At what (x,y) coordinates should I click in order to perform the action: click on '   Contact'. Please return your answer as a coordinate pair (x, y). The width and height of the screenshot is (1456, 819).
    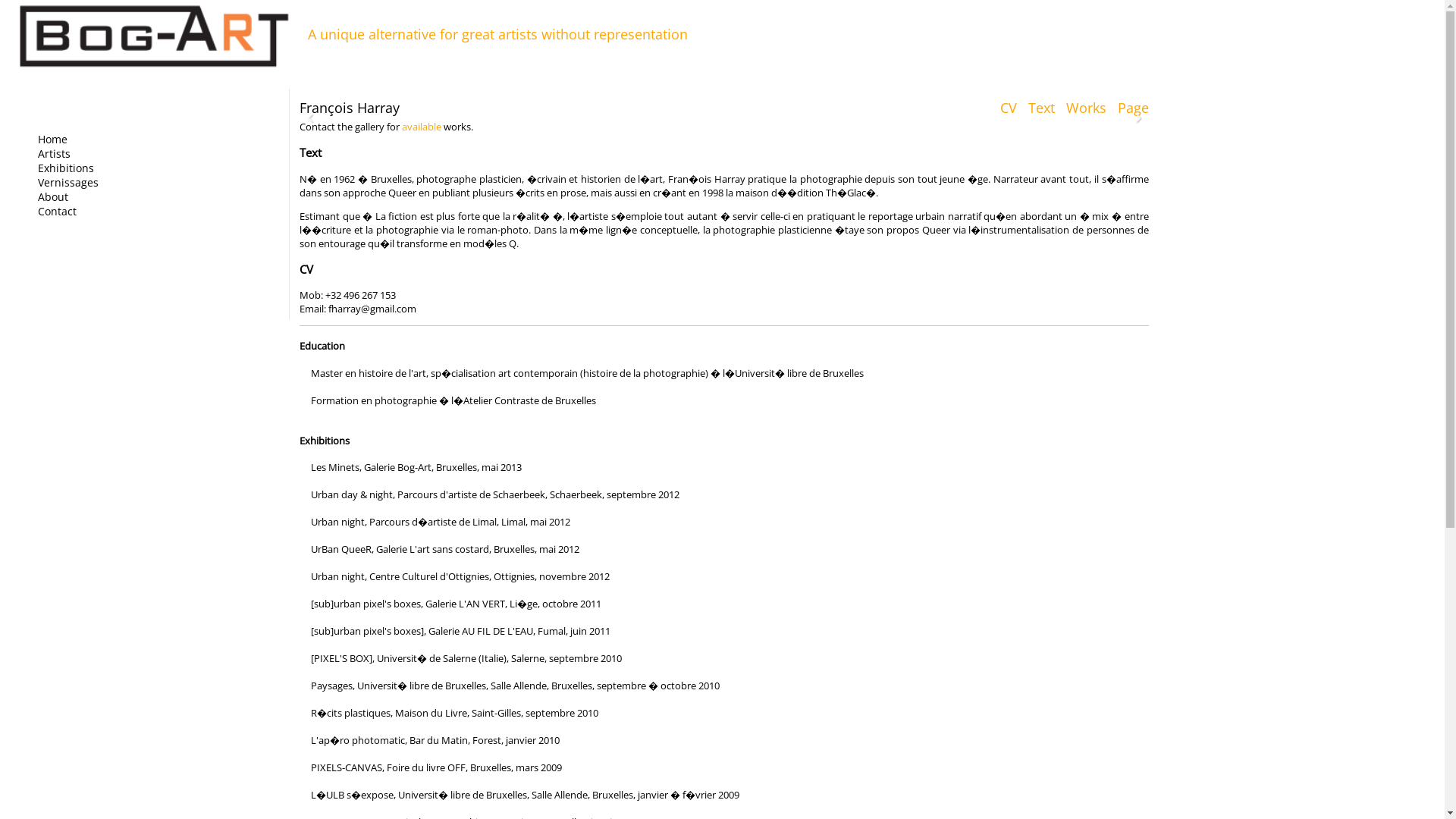
    Looking at the image, I should click on (52, 211).